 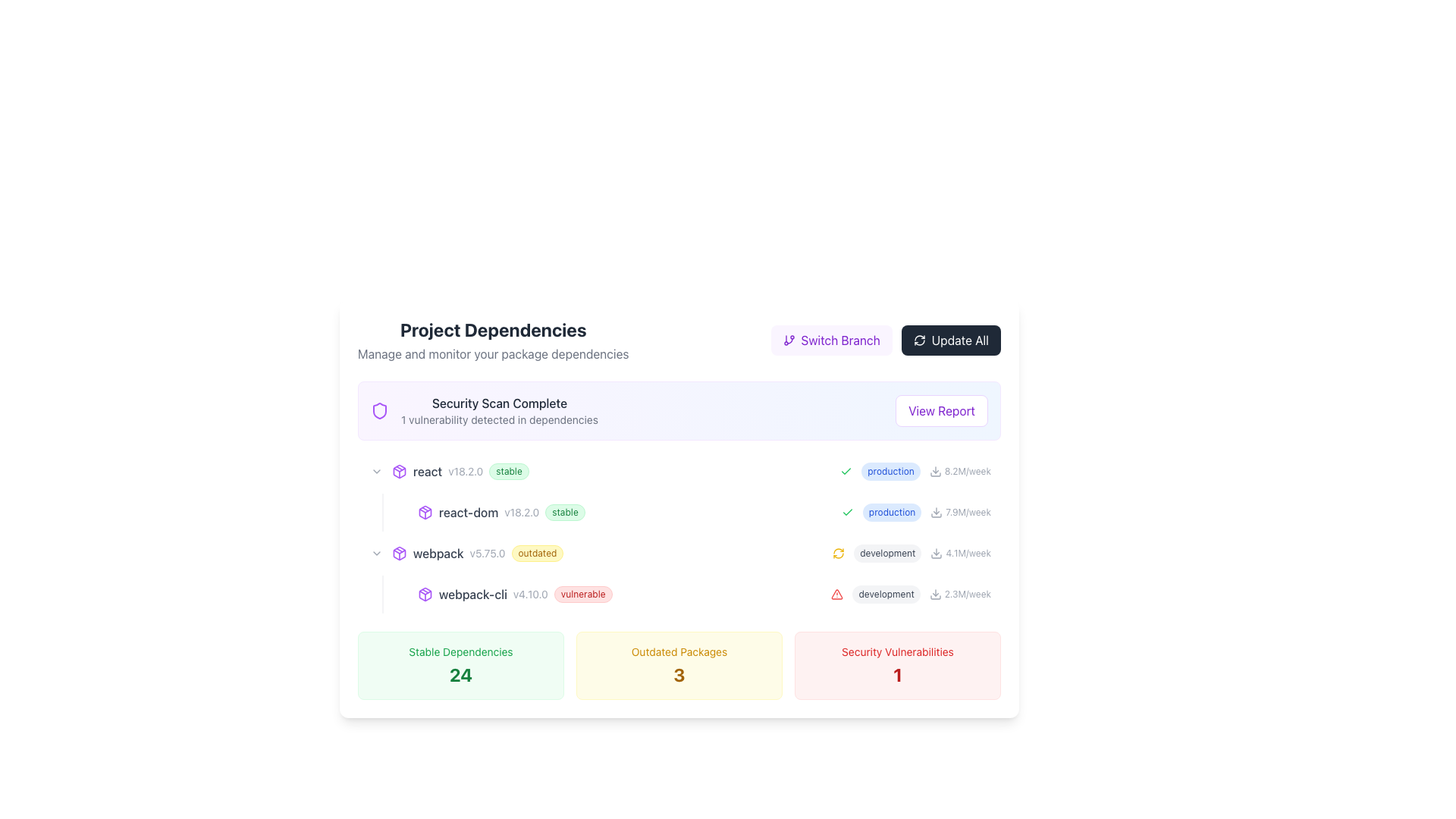 What do you see at coordinates (934, 593) in the screenshot?
I see `the download icon located on the right-hand side, adjacent to the 'development' label and the '2.3M/week' text` at bounding box center [934, 593].